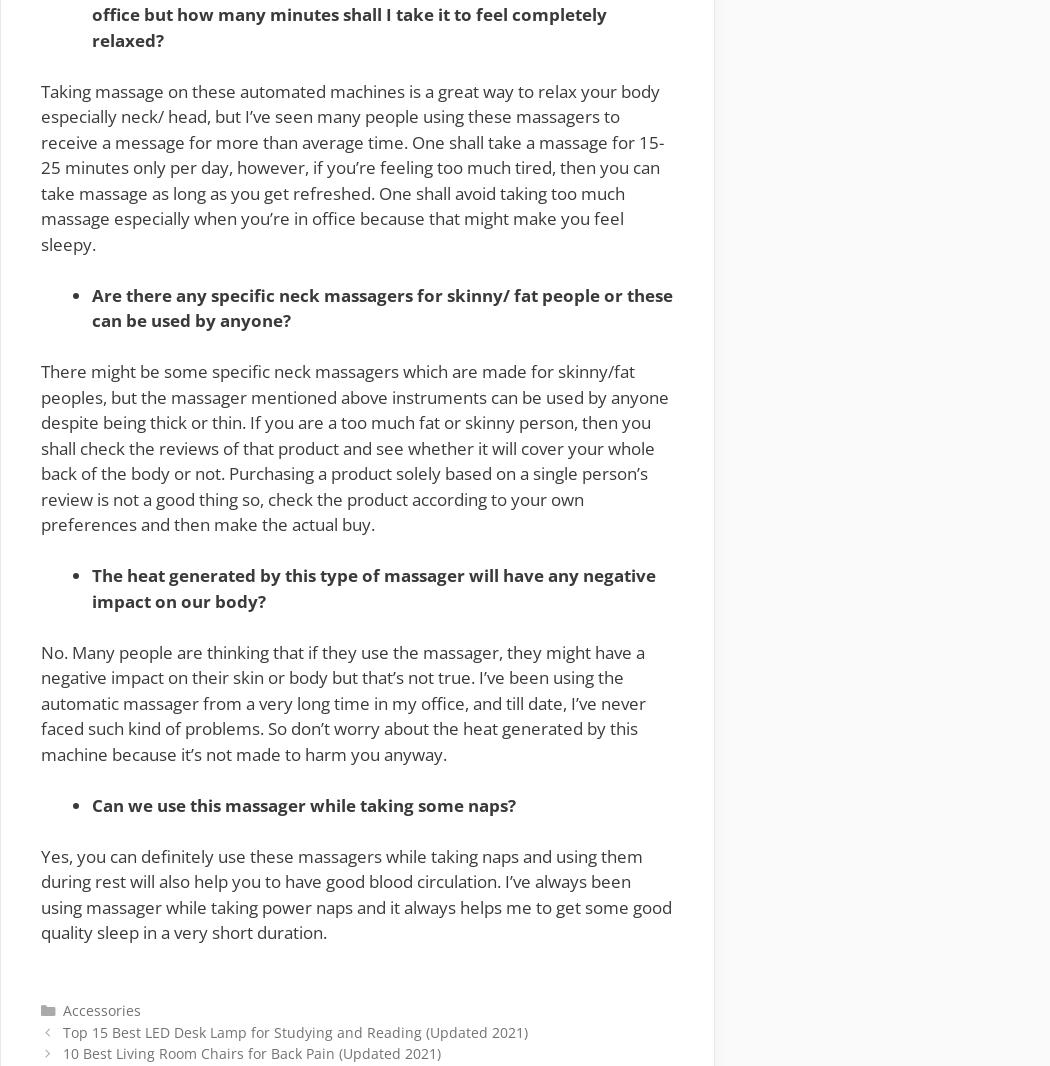 The image size is (1050, 1066). What do you see at coordinates (101, 1009) in the screenshot?
I see `'Accessories'` at bounding box center [101, 1009].